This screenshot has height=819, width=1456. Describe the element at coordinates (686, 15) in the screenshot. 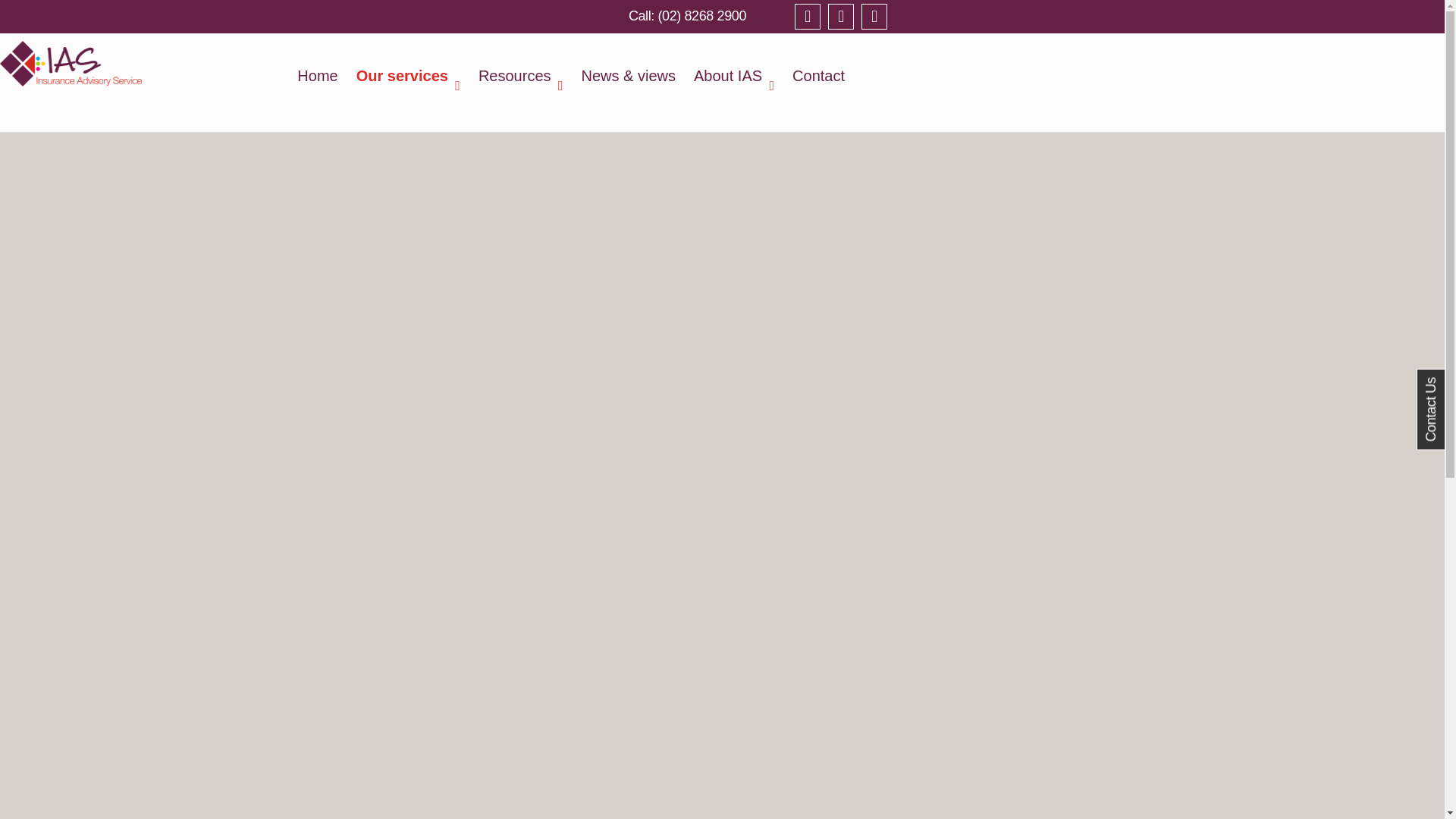

I see `'(02) 8268 2900'` at that location.